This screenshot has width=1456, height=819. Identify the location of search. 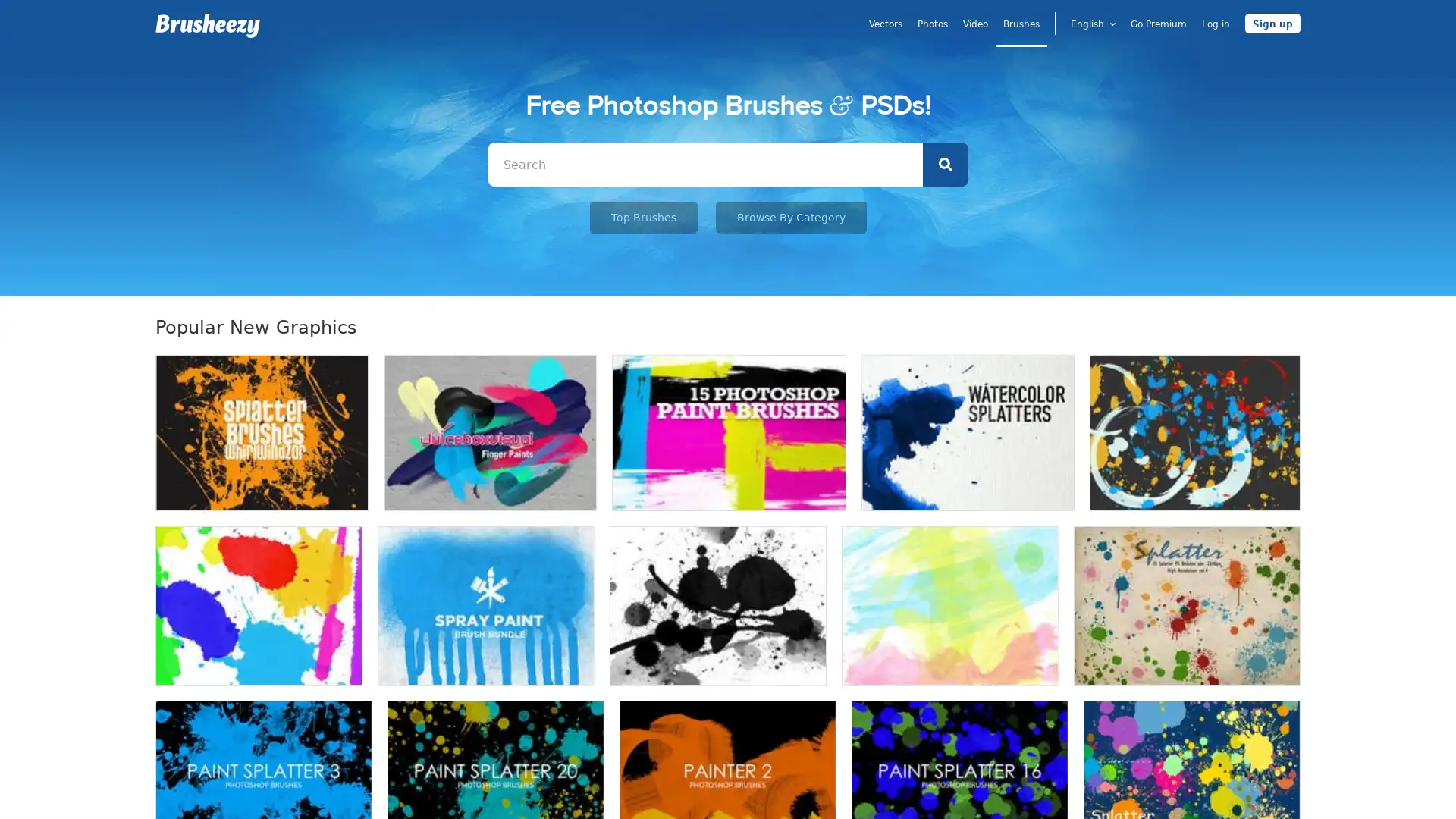
(944, 164).